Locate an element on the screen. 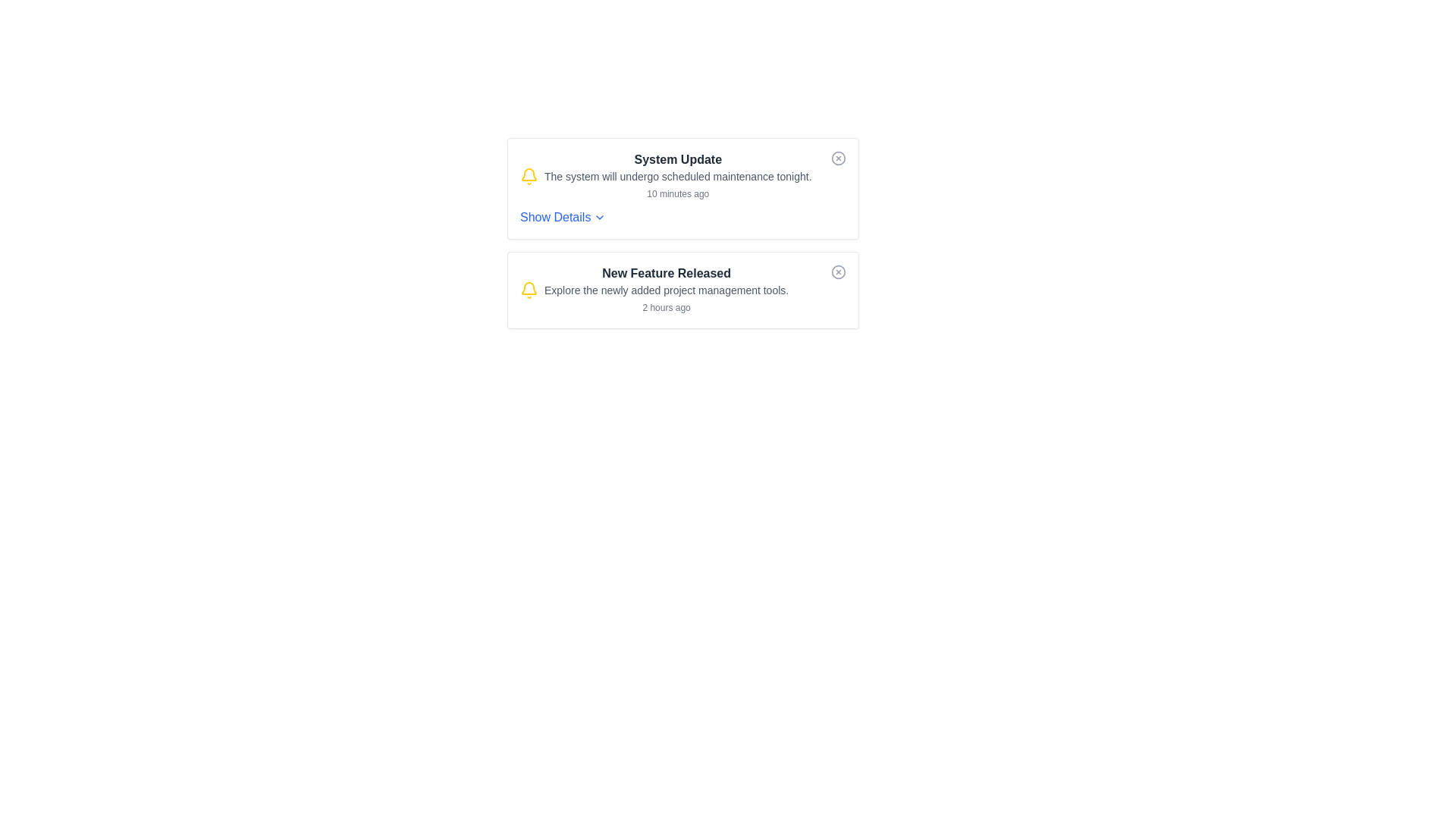 This screenshot has width=1456, height=819. the circular close button with a gray outline and a cross, located at the top-right corner of the notification card titled 'New Feature Released' is located at coordinates (837, 271).